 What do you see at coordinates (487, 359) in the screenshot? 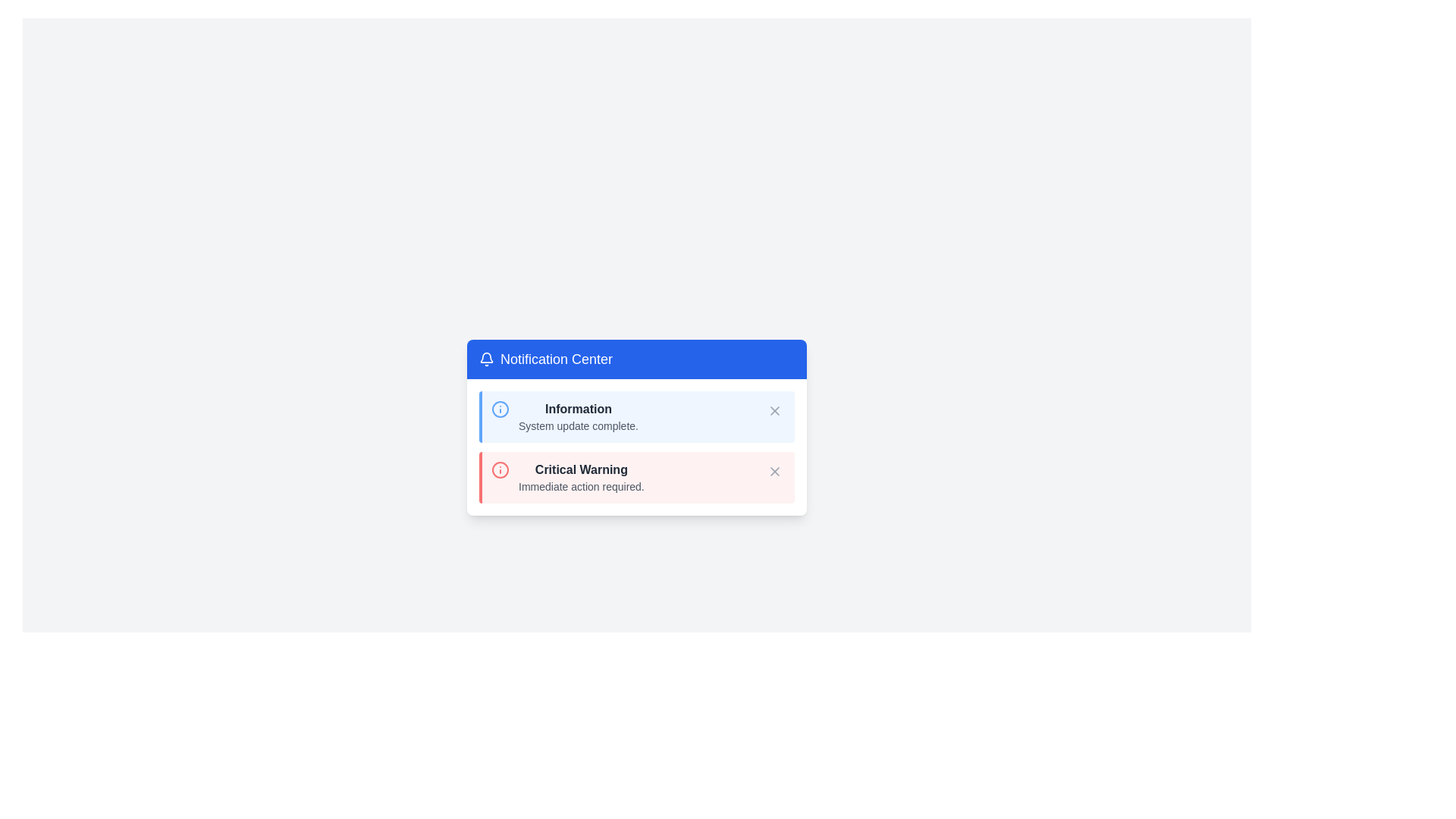
I see `the bell-shaped icon with a blue background and white outline located at the top-left corner of the 'Notification Center' header bar` at bounding box center [487, 359].